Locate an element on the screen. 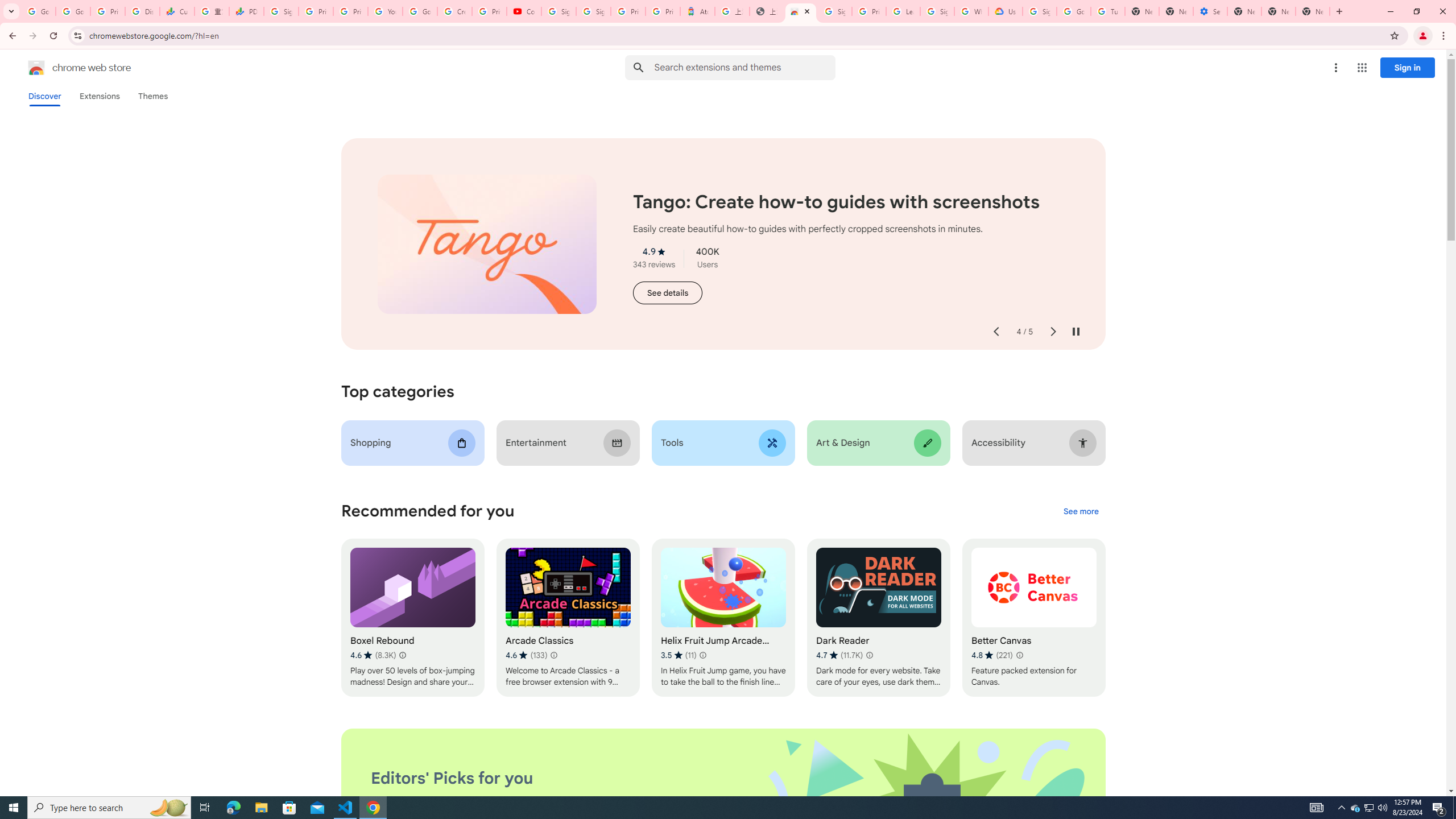 This screenshot has height=819, width=1456. 'PDD Holdings Inc - ADR (PDD) Price & News - Google Finance' is located at coordinates (246, 11).